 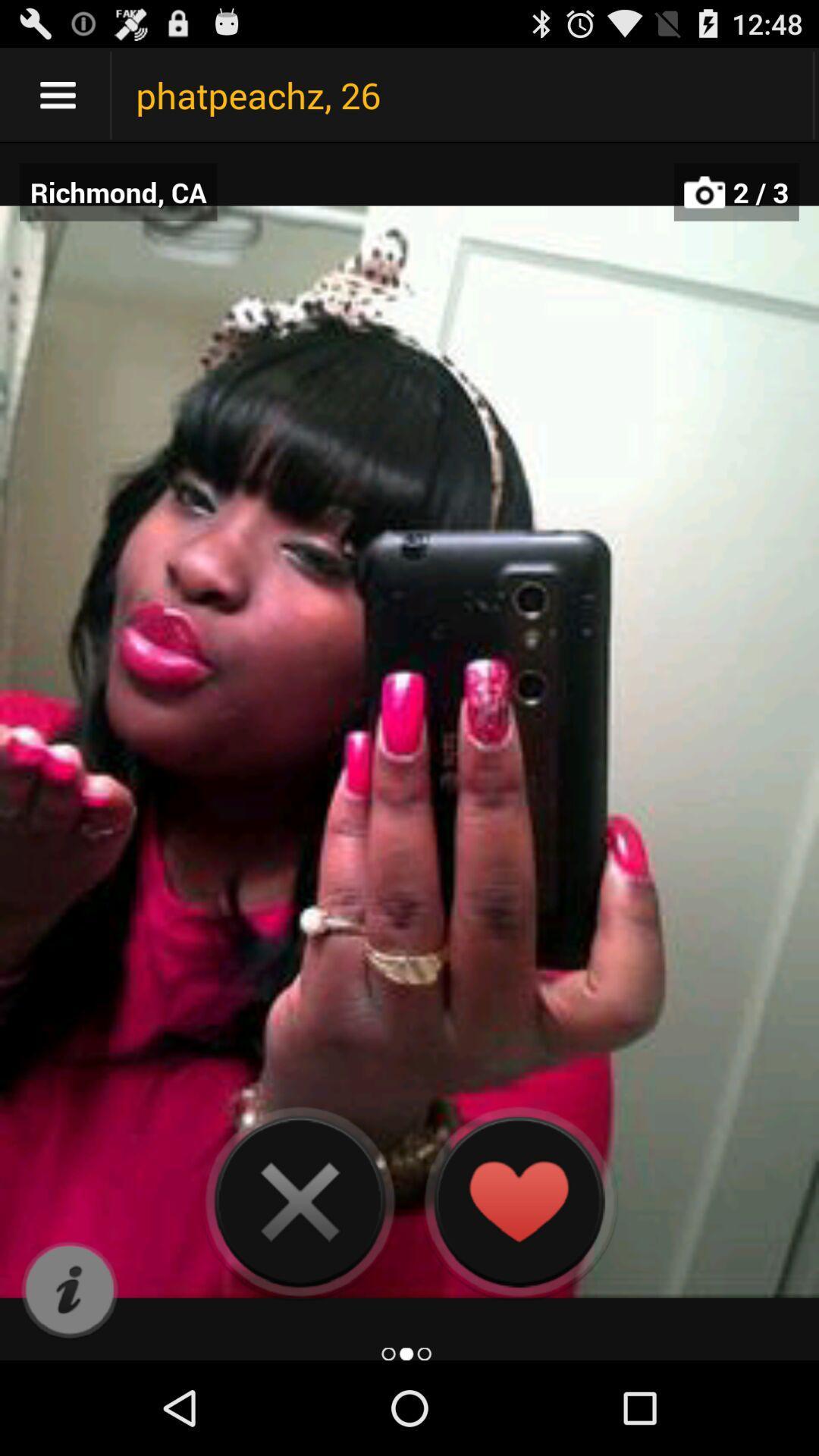 I want to click on favorite, so click(x=517, y=1200).